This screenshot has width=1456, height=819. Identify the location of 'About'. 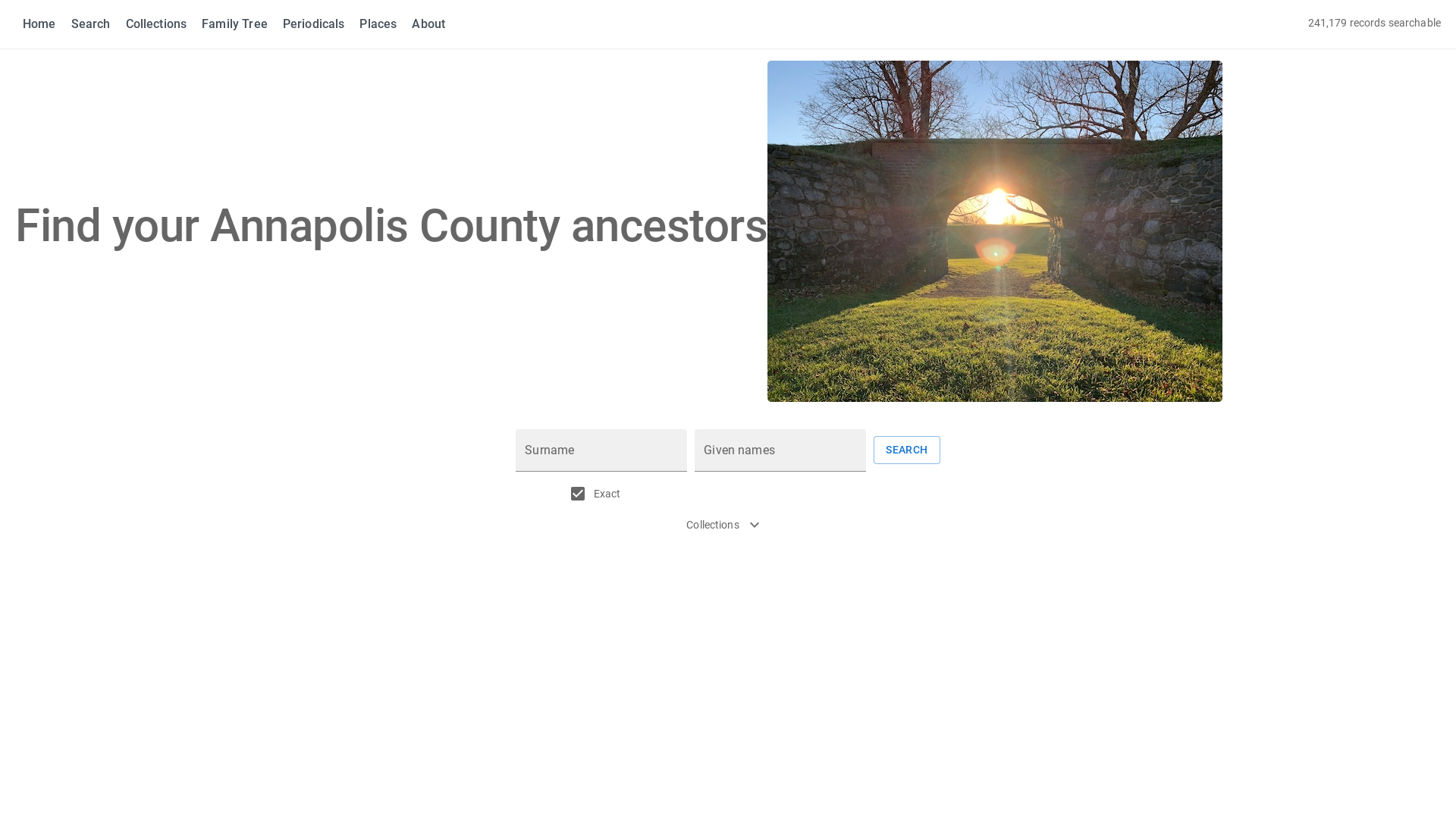
(428, 24).